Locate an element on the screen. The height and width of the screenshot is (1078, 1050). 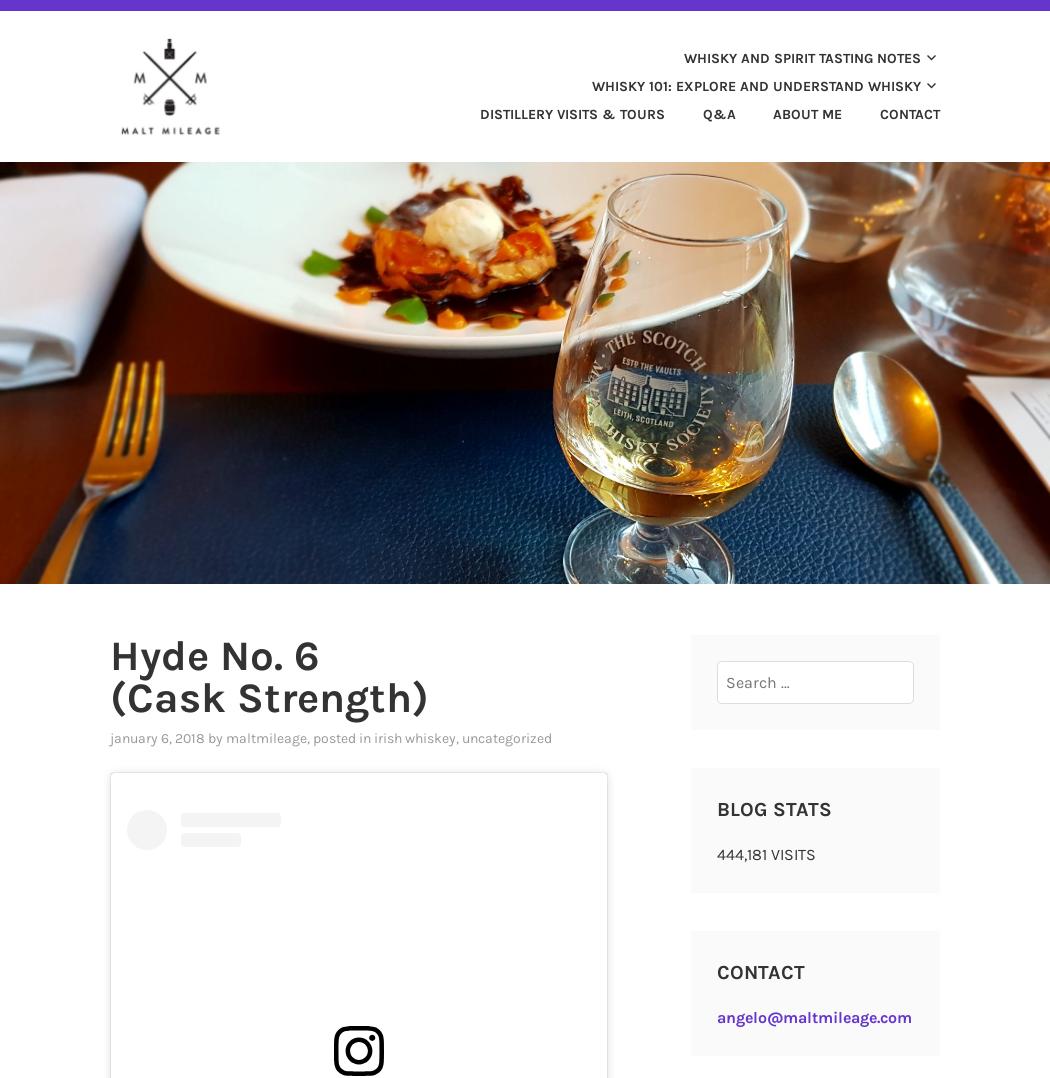
'Distillery visits & tours' is located at coordinates (571, 112).